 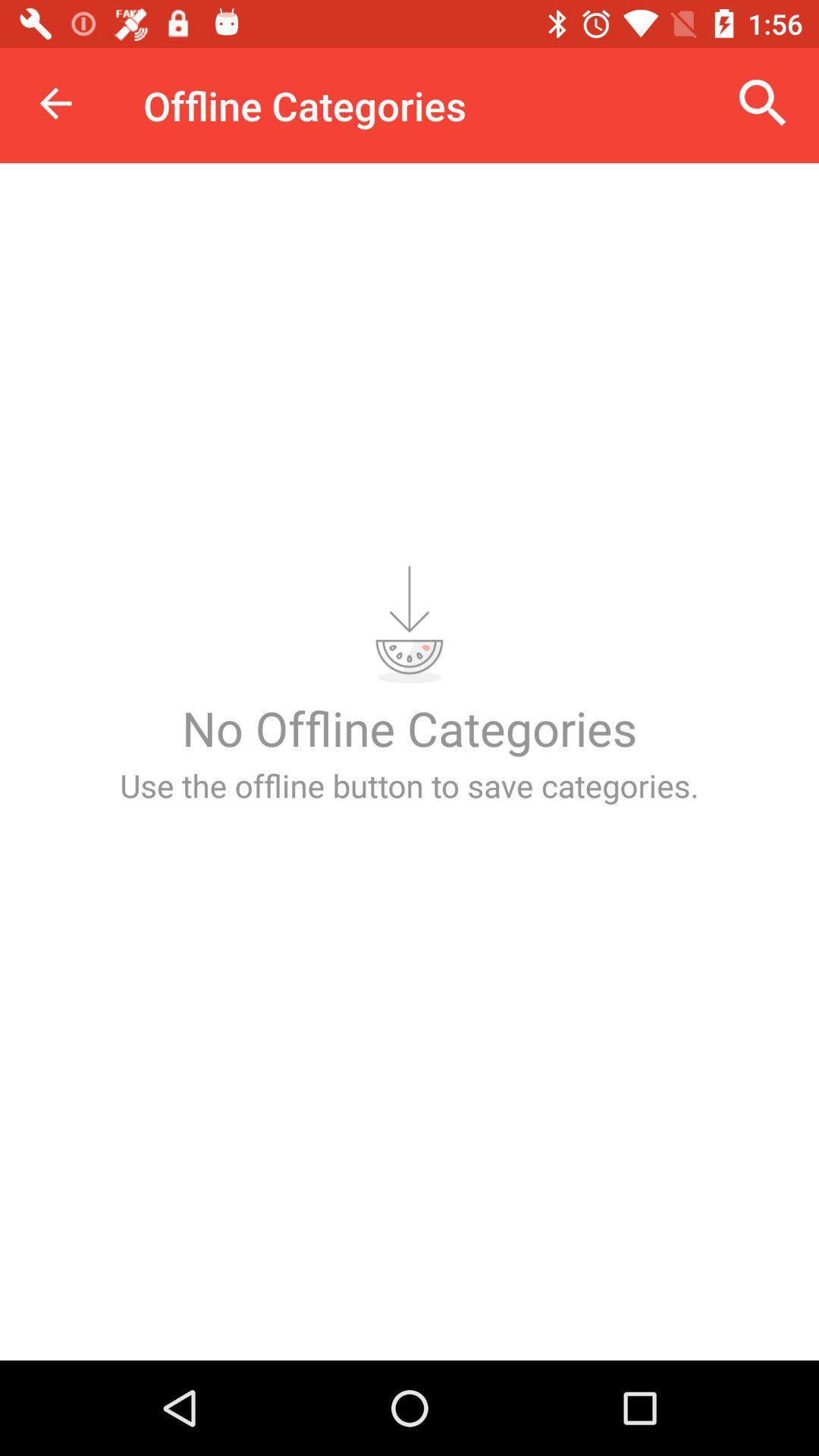 What do you see at coordinates (55, 102) in the screenshot?
I see `the item next to the offline categories` at bounding box center [55, 102].